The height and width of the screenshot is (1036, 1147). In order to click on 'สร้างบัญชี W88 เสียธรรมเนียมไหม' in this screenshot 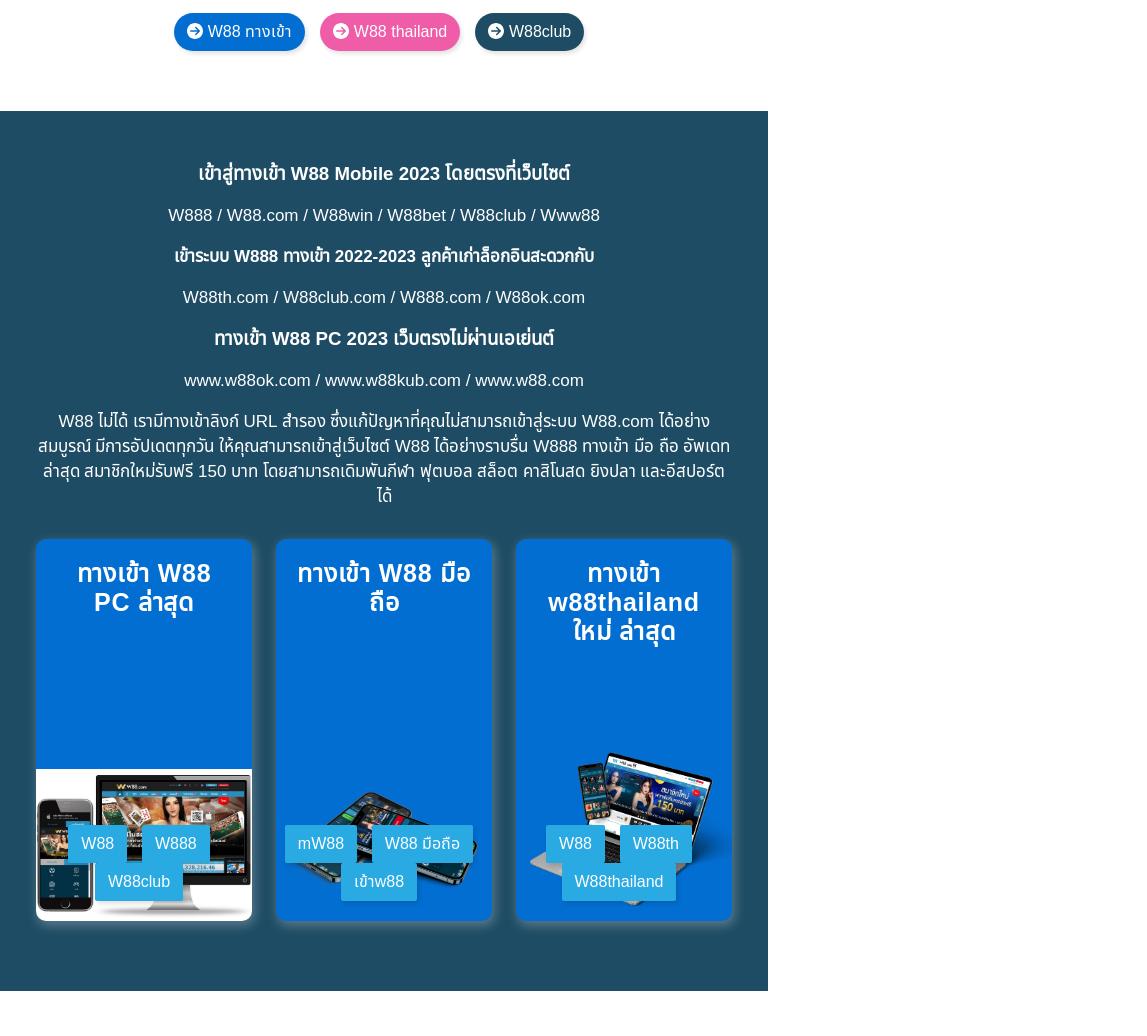, I will do `click(220, 803)`.